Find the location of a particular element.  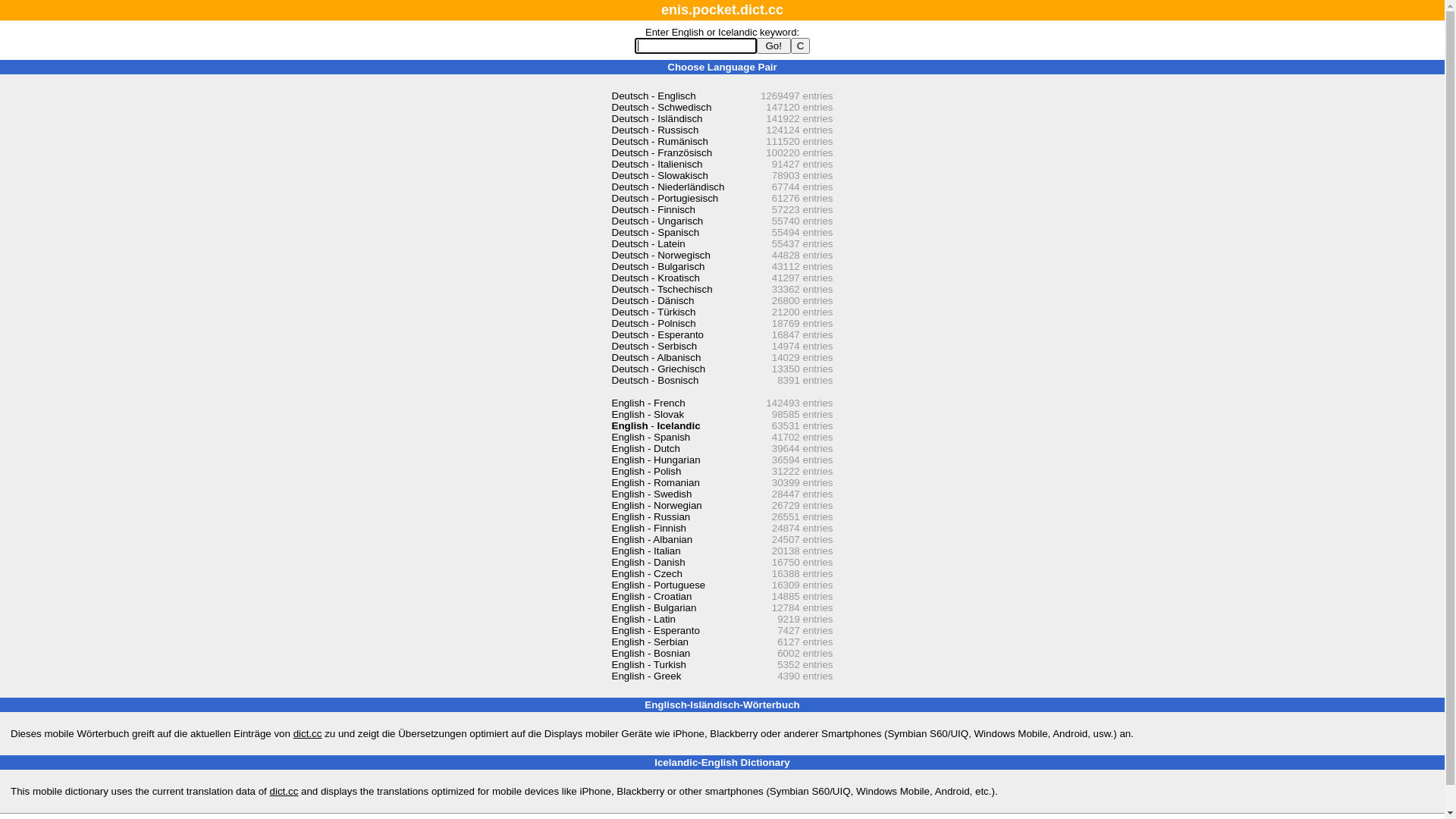

'Deutsch - Tschechisch' is located at coordinates (661, 289).